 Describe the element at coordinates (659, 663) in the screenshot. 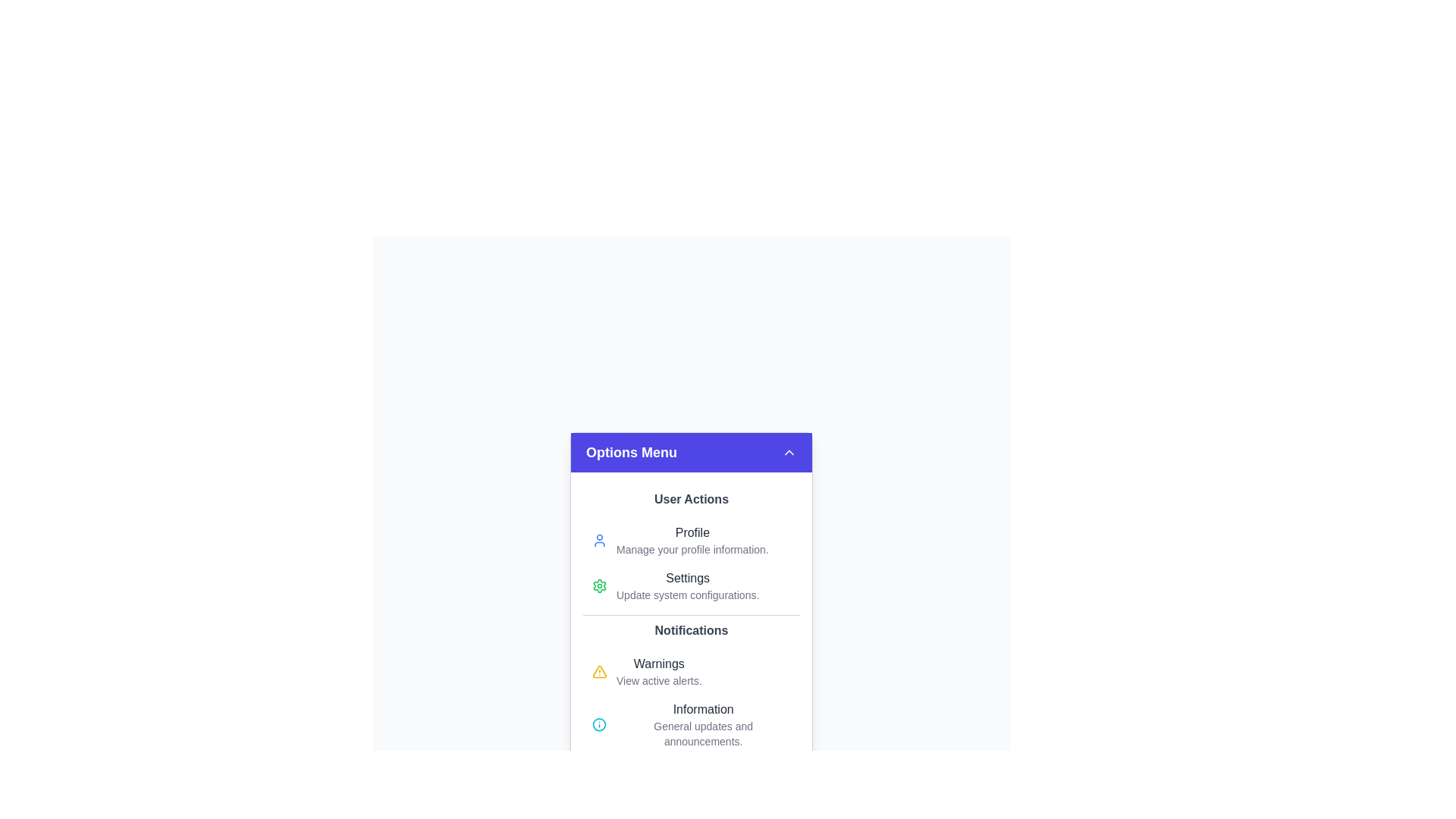

I see `the text label that provides context for the section related to 'View active alerts.' in the 'Notifications' section, which is centrally positioned above that text` at that location.